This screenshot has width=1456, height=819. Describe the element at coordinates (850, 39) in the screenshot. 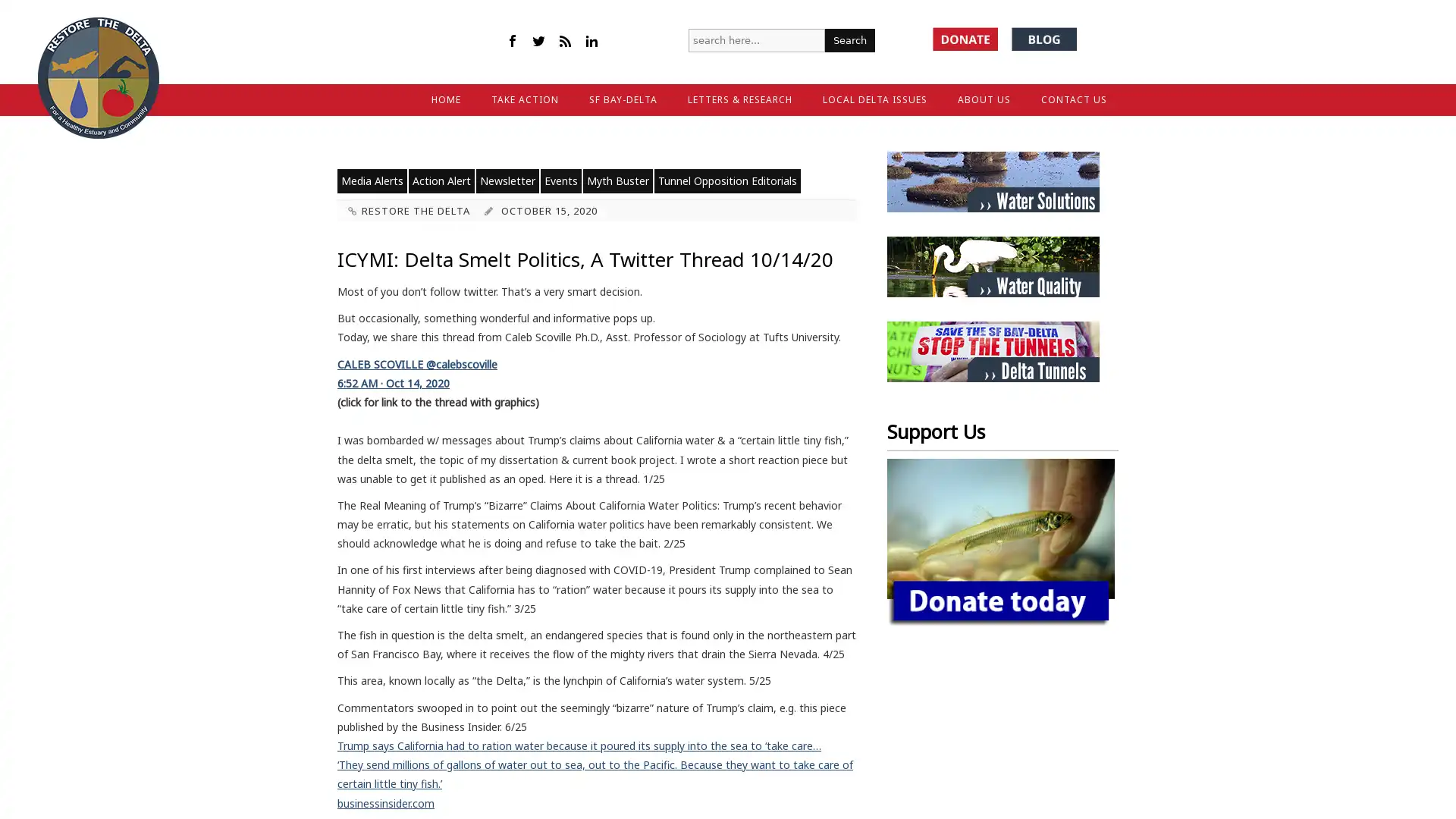

I see `Search` at that location.